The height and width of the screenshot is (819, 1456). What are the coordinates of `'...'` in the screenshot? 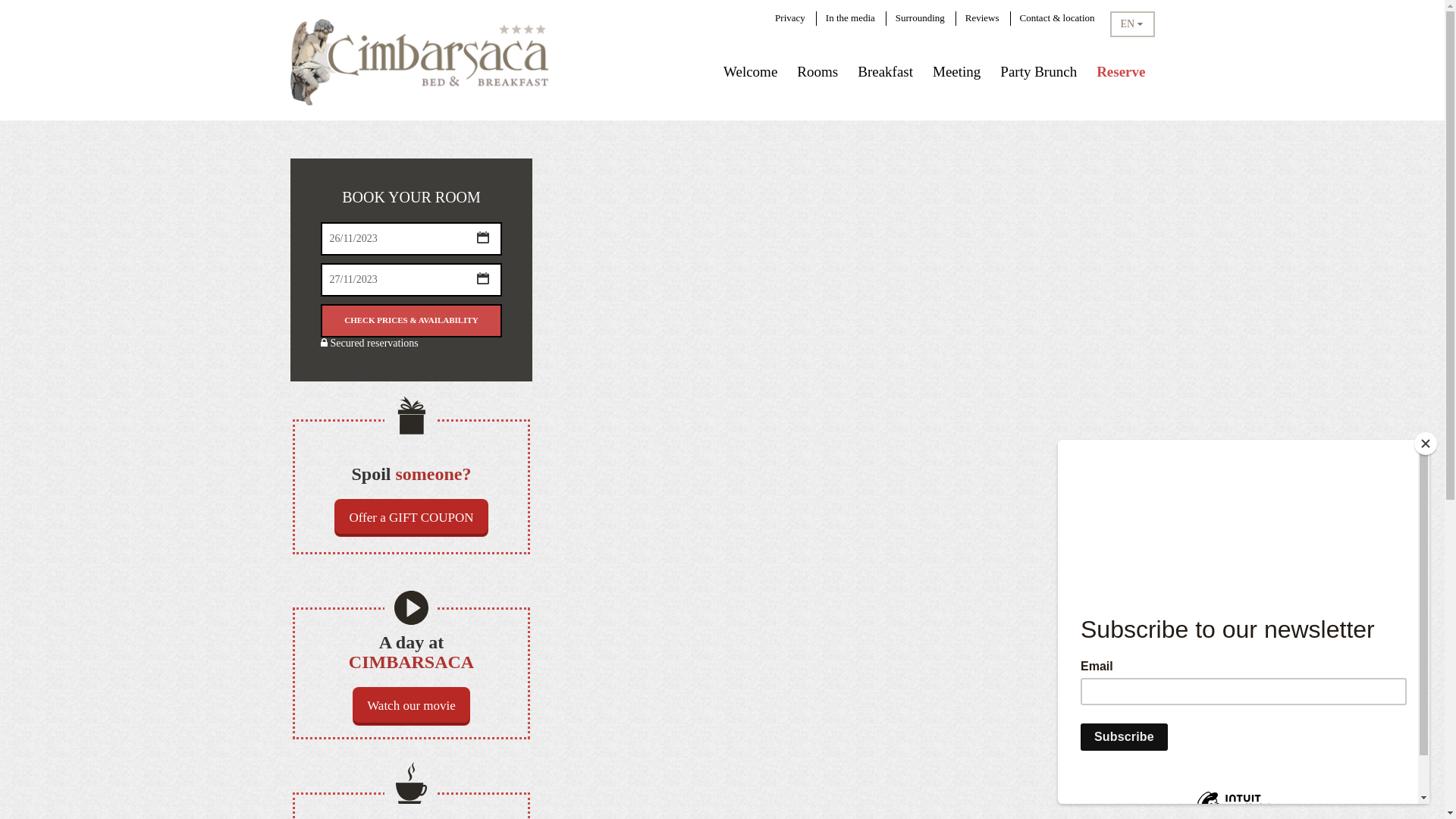 It's located at (482, 278).